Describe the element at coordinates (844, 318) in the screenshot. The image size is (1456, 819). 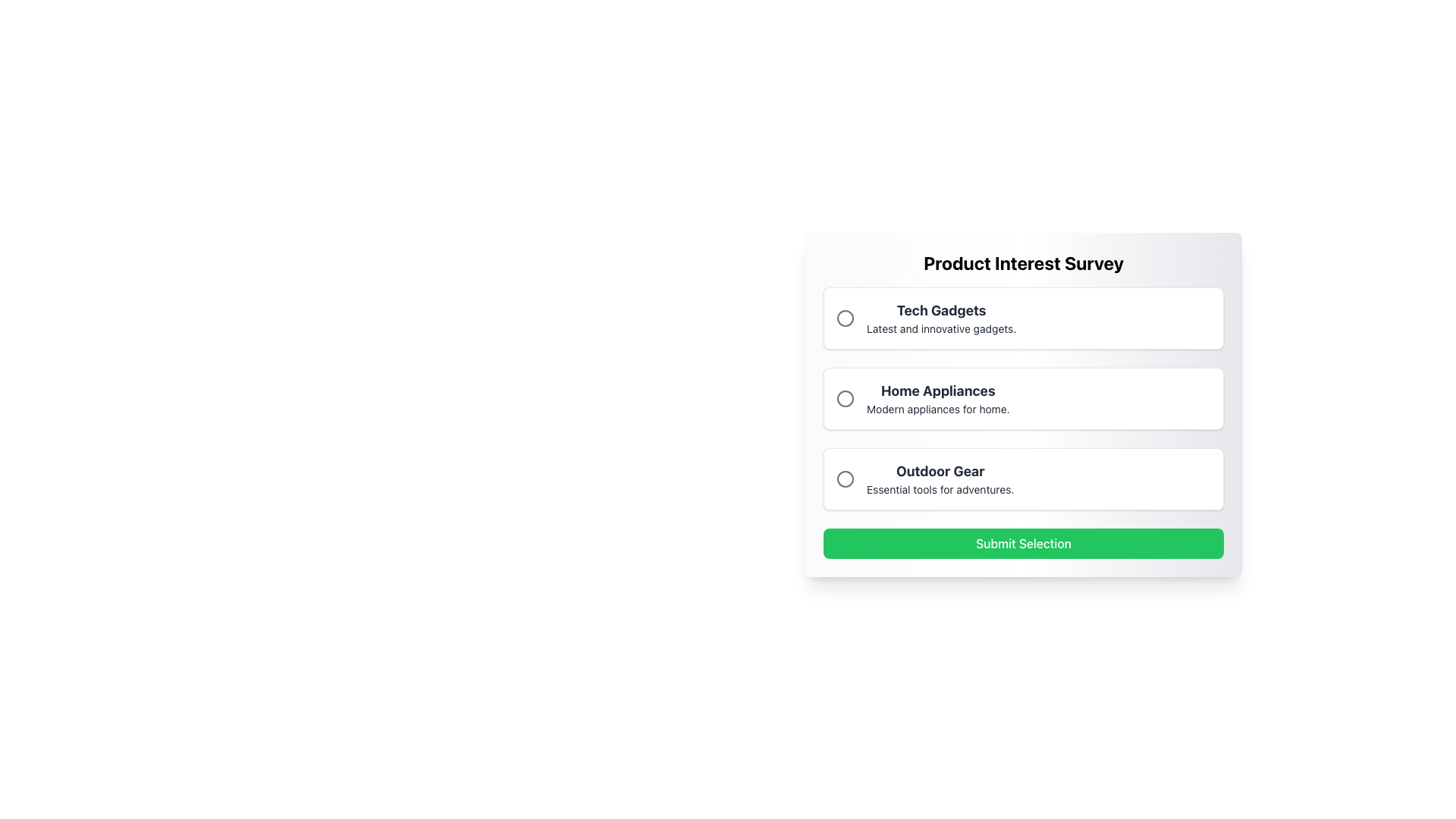
I see `the visual marker icon located at the top left of the 'Tech Gadgets' section, adjacent to the text content` at that location.